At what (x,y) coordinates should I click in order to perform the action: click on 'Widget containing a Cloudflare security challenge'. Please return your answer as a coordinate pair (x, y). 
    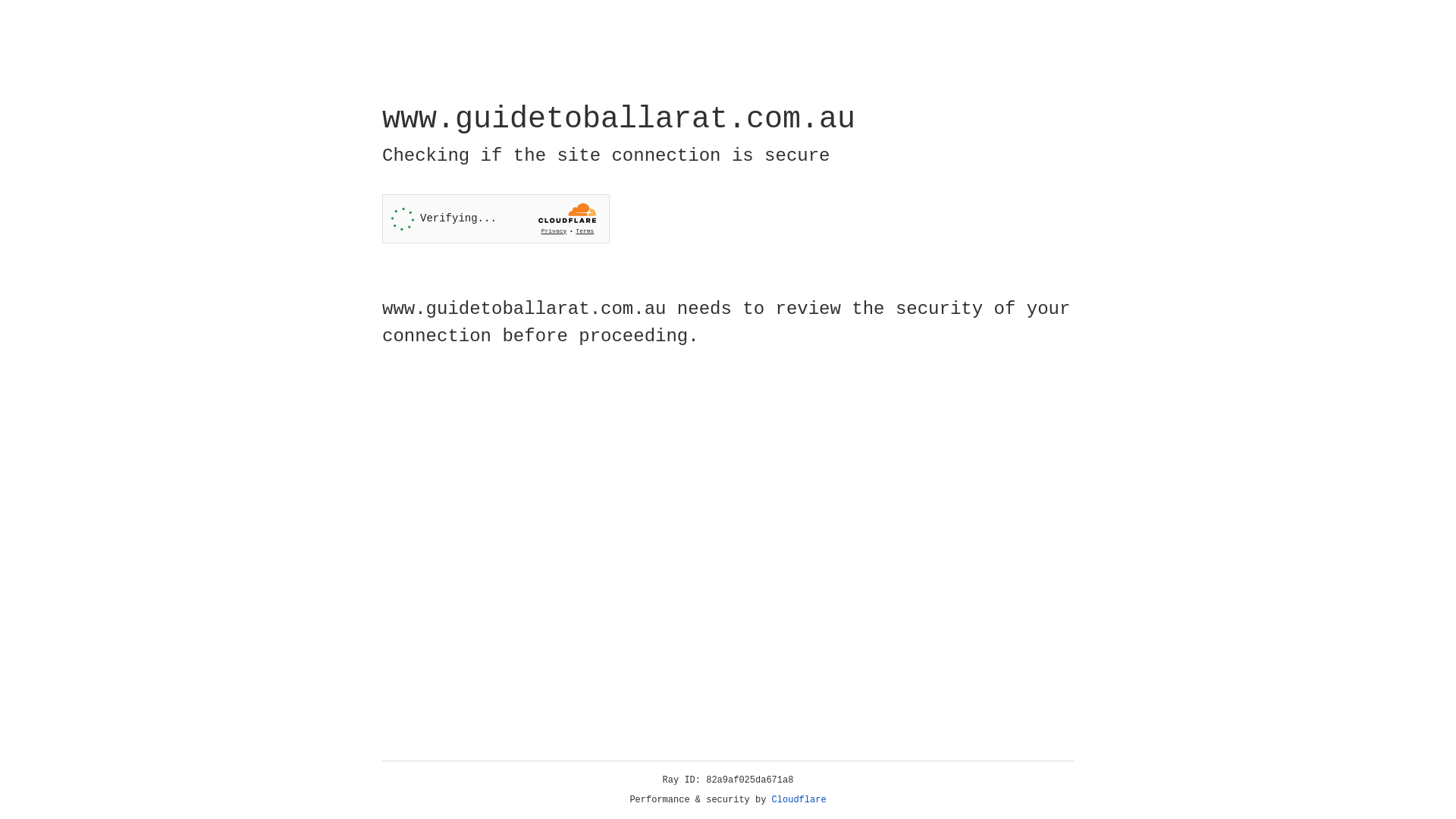
    Looking at the image, I should click on (495, 218).